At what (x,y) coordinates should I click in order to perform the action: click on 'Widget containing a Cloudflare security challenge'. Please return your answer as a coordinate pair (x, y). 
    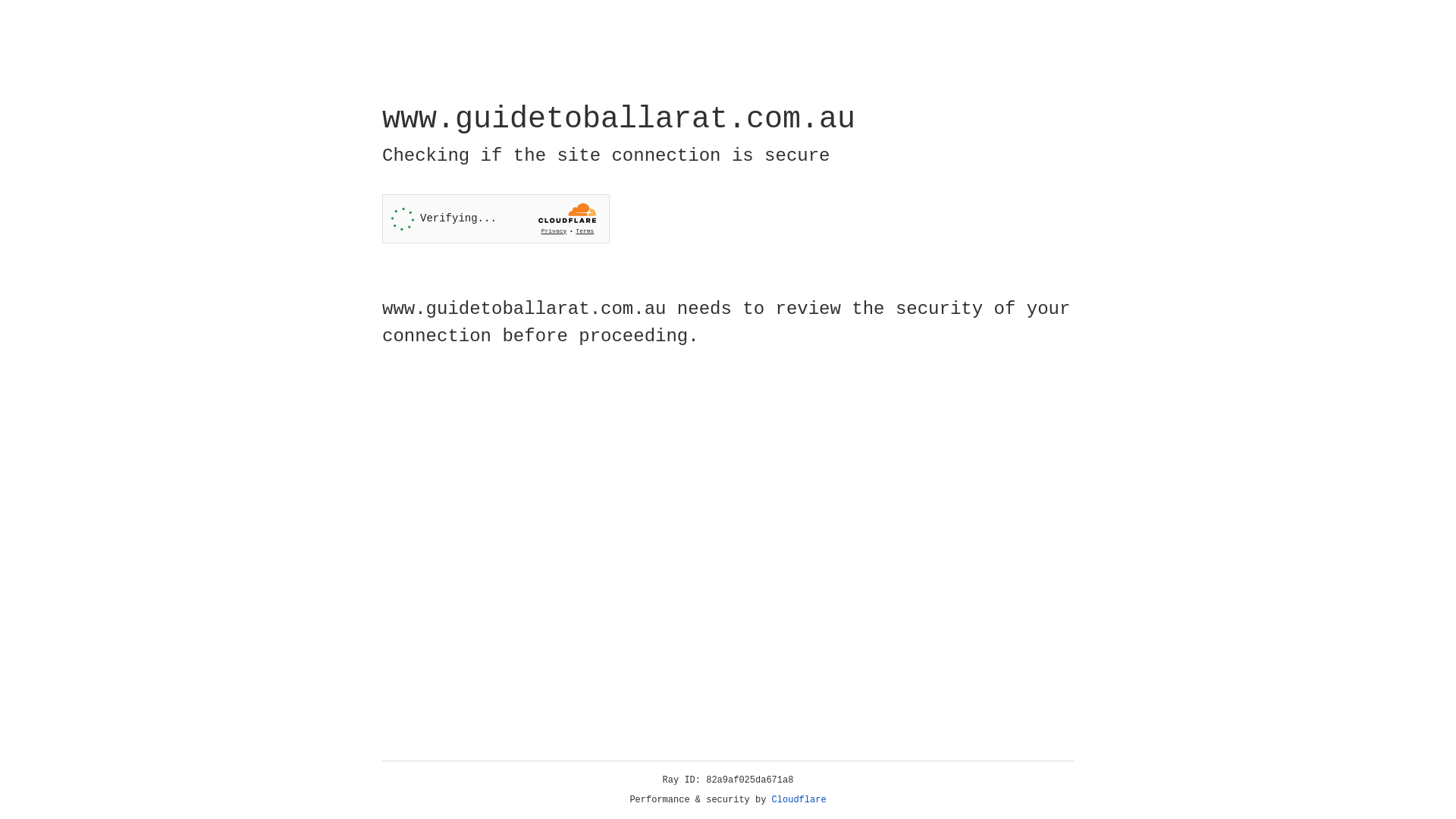
    Looking at the image, I should click on (495, 218).